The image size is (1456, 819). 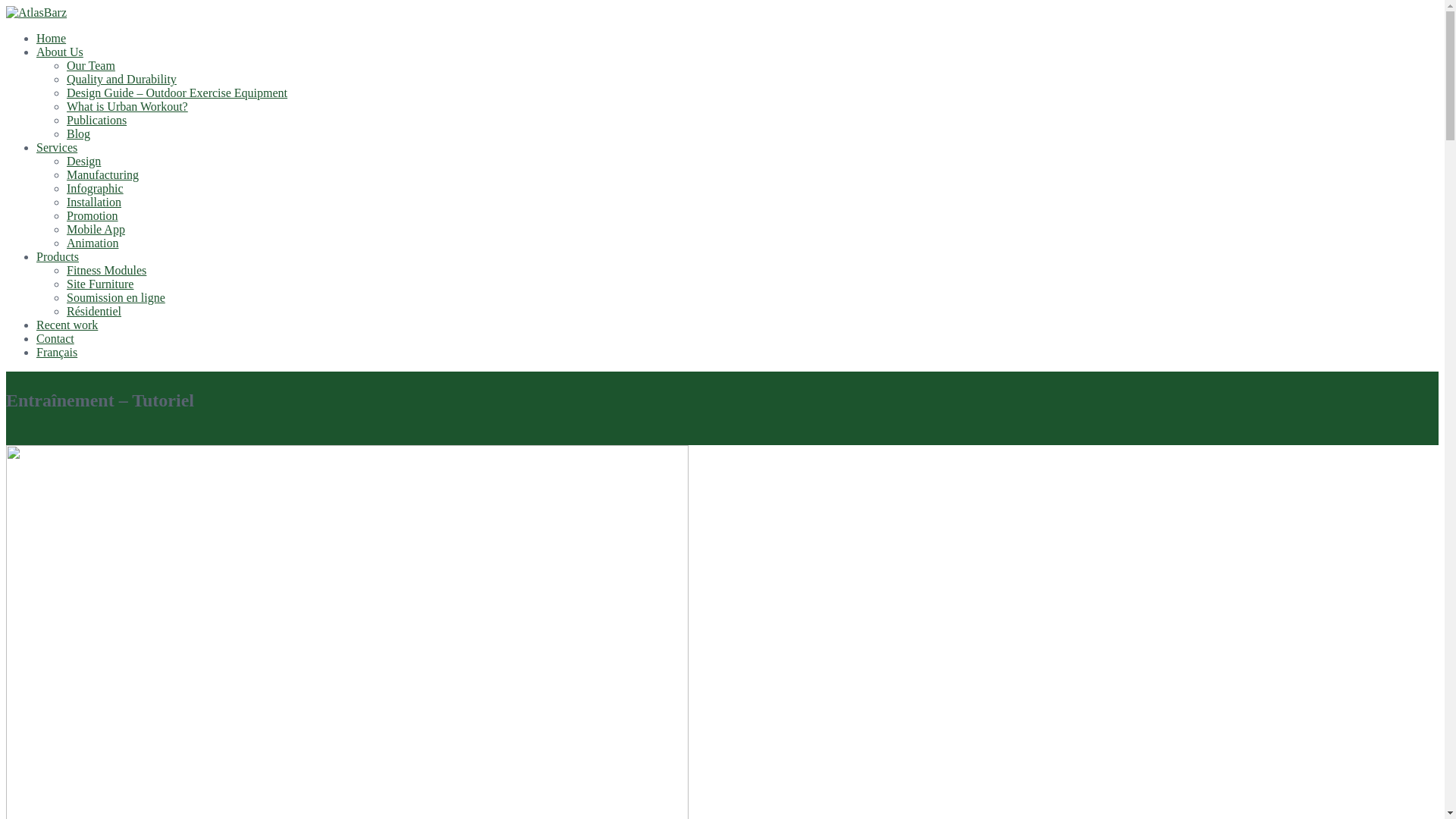 I want to click on 'Services', so click(x=57, y=147).